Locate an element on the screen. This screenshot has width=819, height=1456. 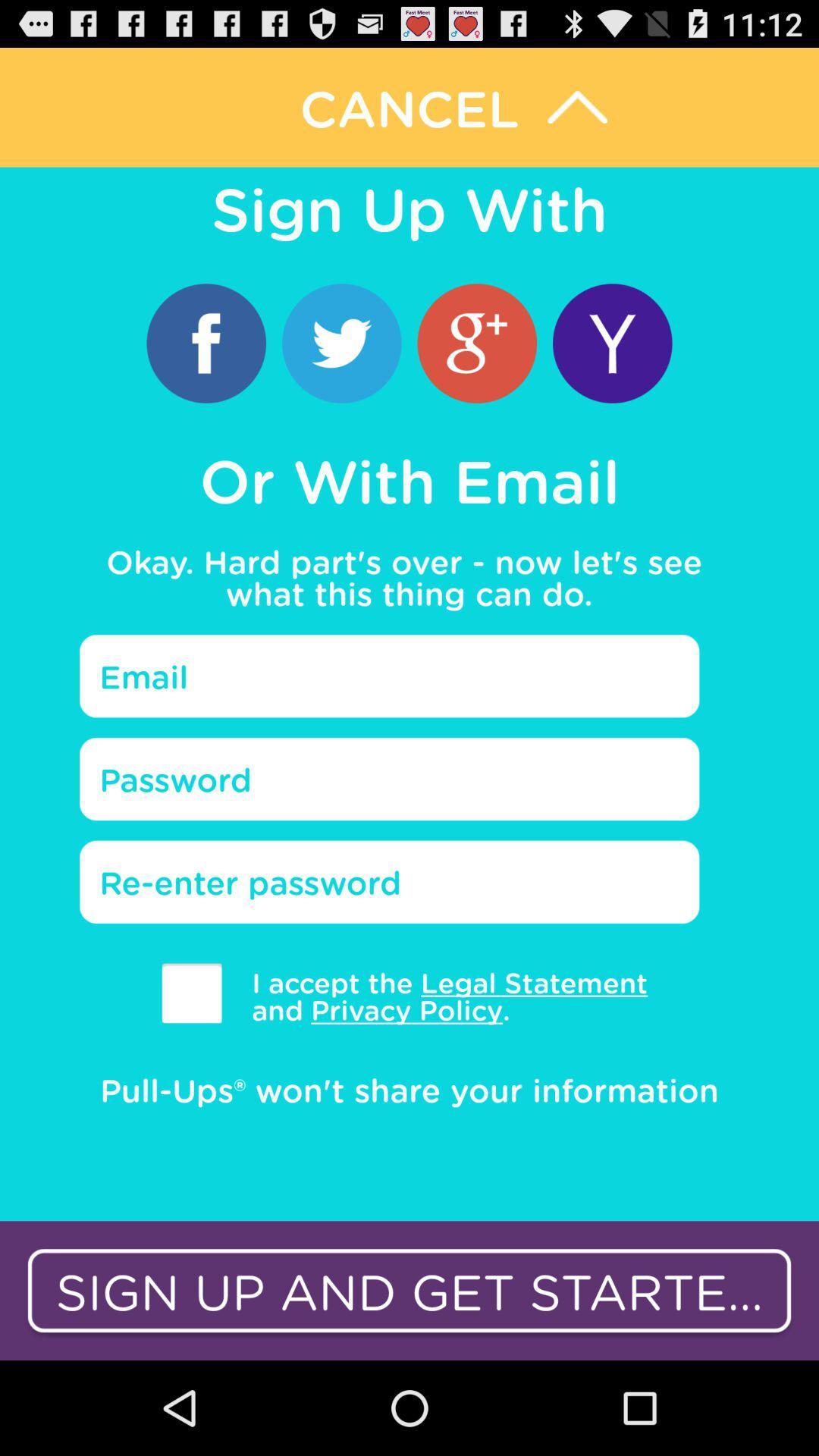
sign up with yahoo is located at coordinates (611, 342).